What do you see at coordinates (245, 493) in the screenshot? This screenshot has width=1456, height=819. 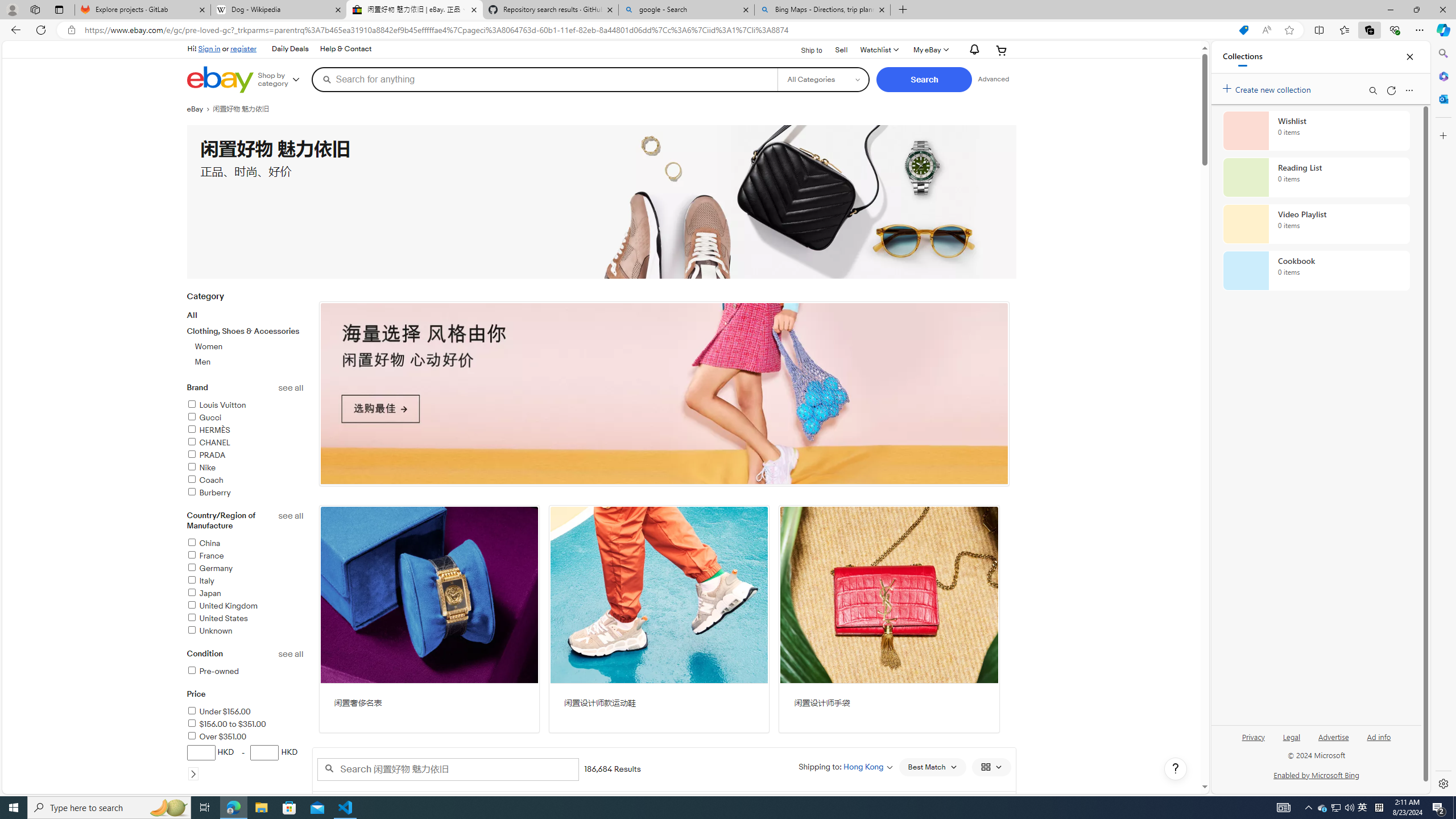 I see `'Burberry'` at bounding box center [245, 493].